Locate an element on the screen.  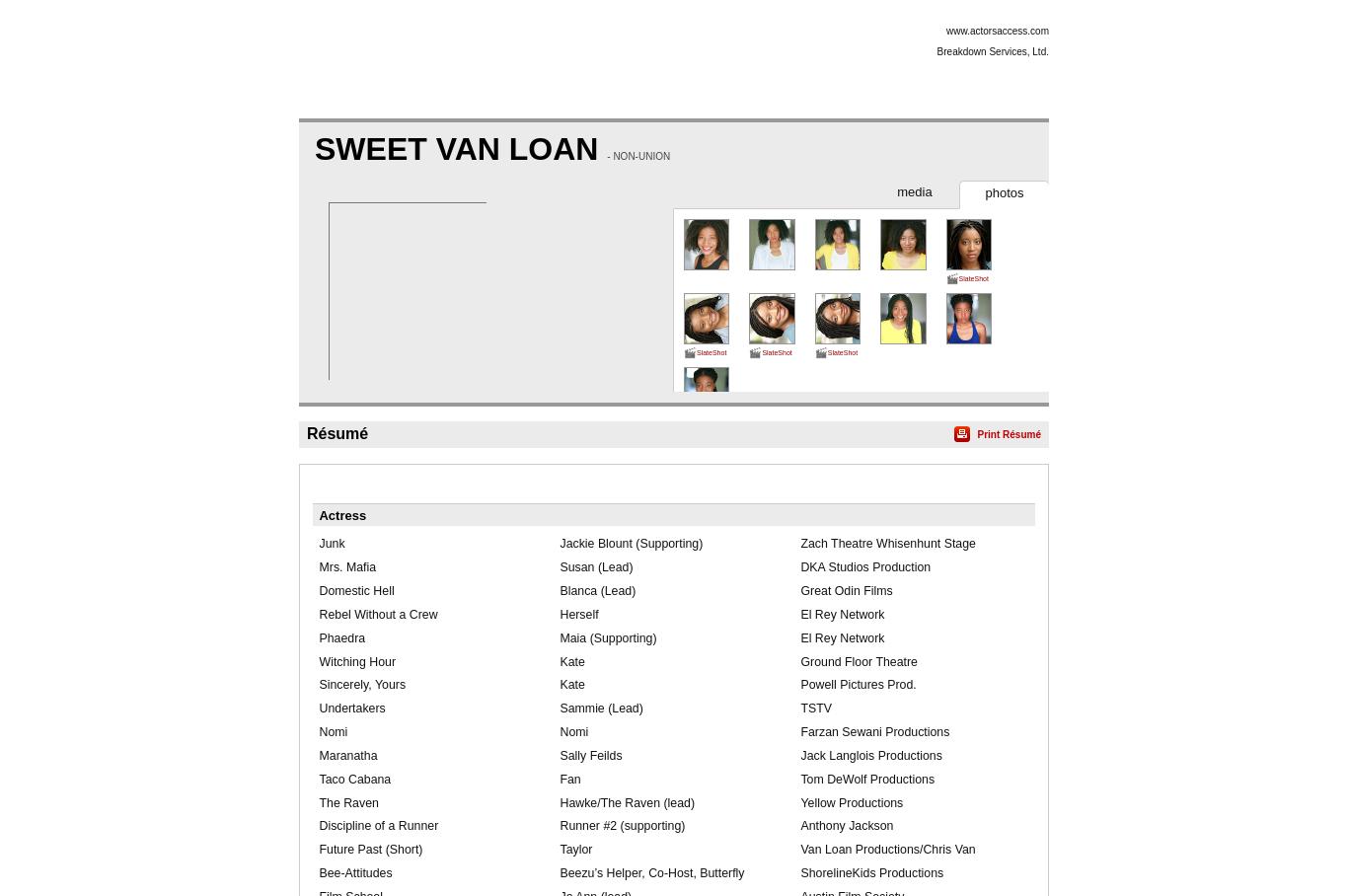
'DKA Studios Production' is located at coordinates (863, 567).